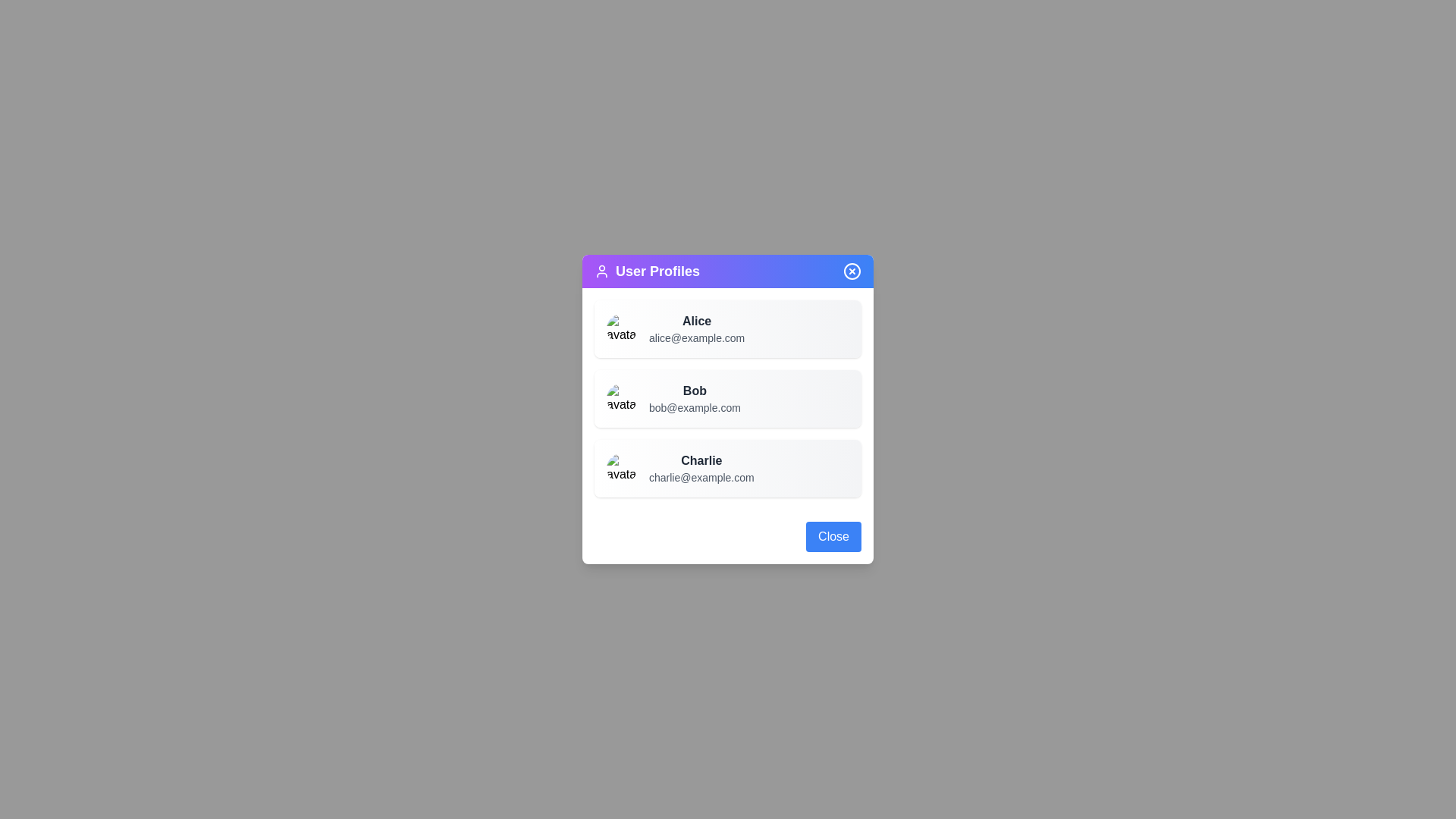 The image size is (1456, 819). What do you see at coordinates (622, 328) in the screenshot?
I see `the avatar of Alice to inspect their profile` at bounding box center [622, 328].